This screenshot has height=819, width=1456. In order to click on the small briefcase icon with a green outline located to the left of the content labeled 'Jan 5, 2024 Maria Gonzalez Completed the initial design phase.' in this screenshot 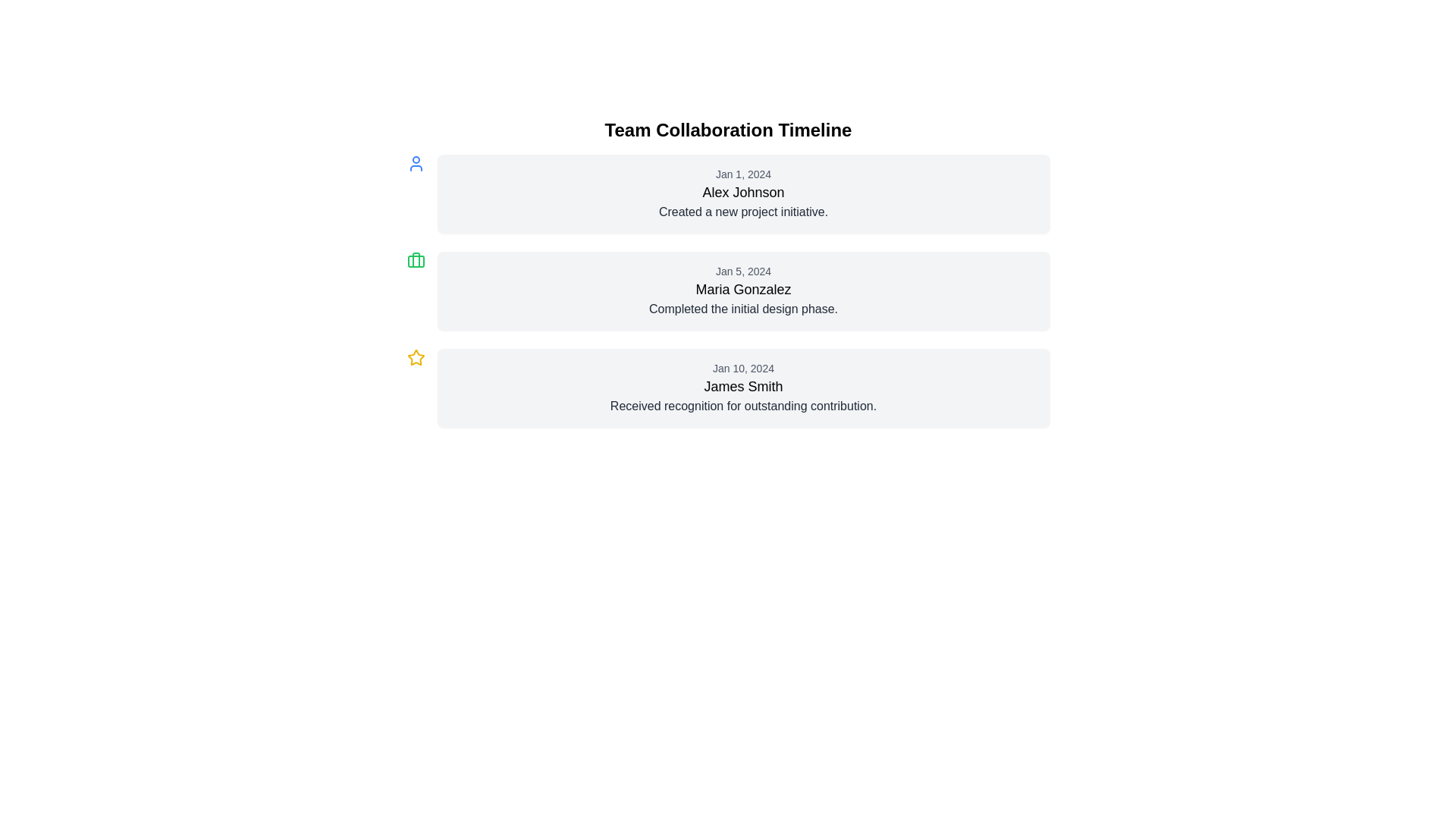, I will do `click(416, 259)`.